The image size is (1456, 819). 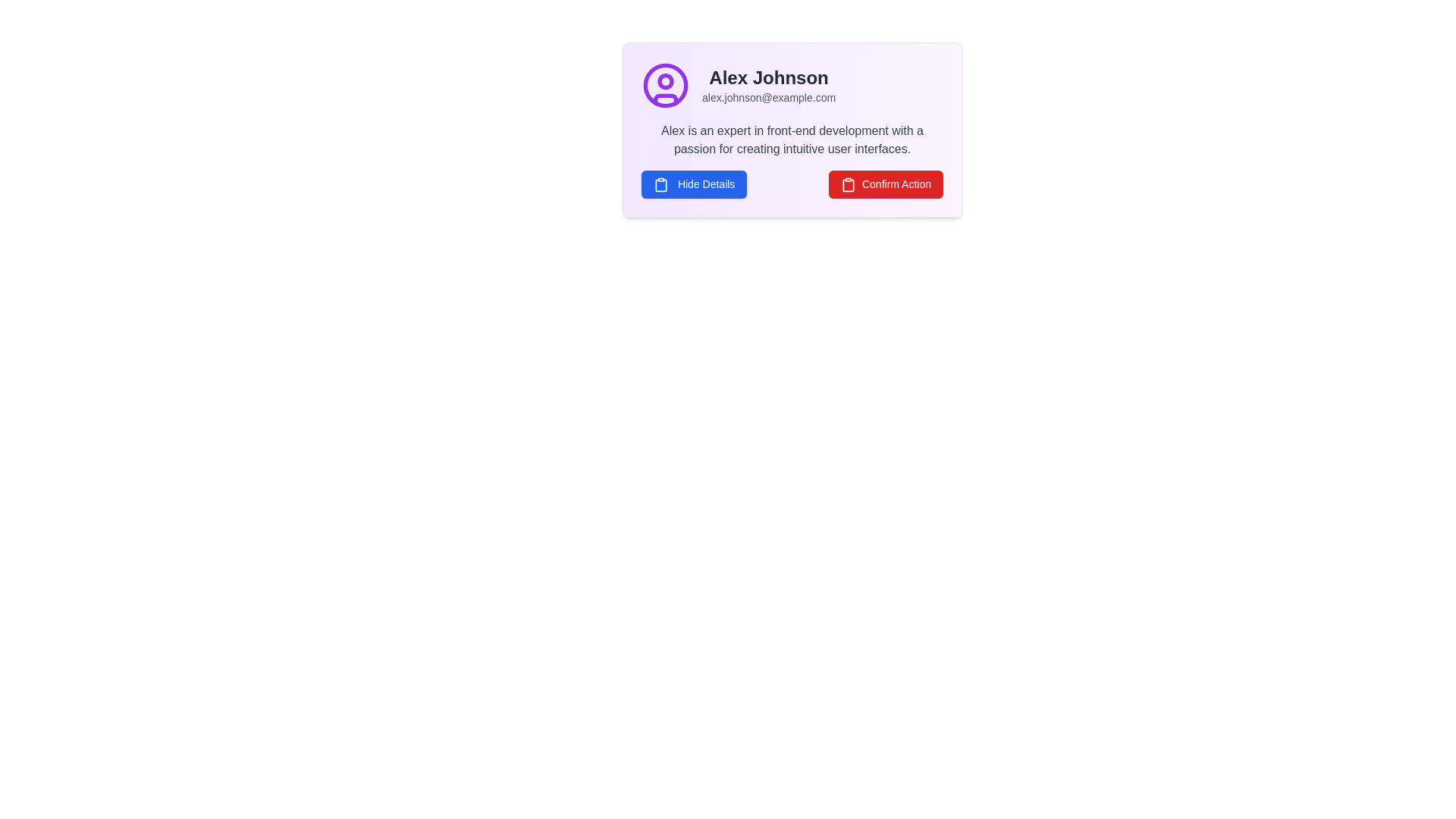 I want to click on the 'Hide Details' button that encompasses the clipboard icon located at the bottom-left of the card interface, so click(x=661, y=184).